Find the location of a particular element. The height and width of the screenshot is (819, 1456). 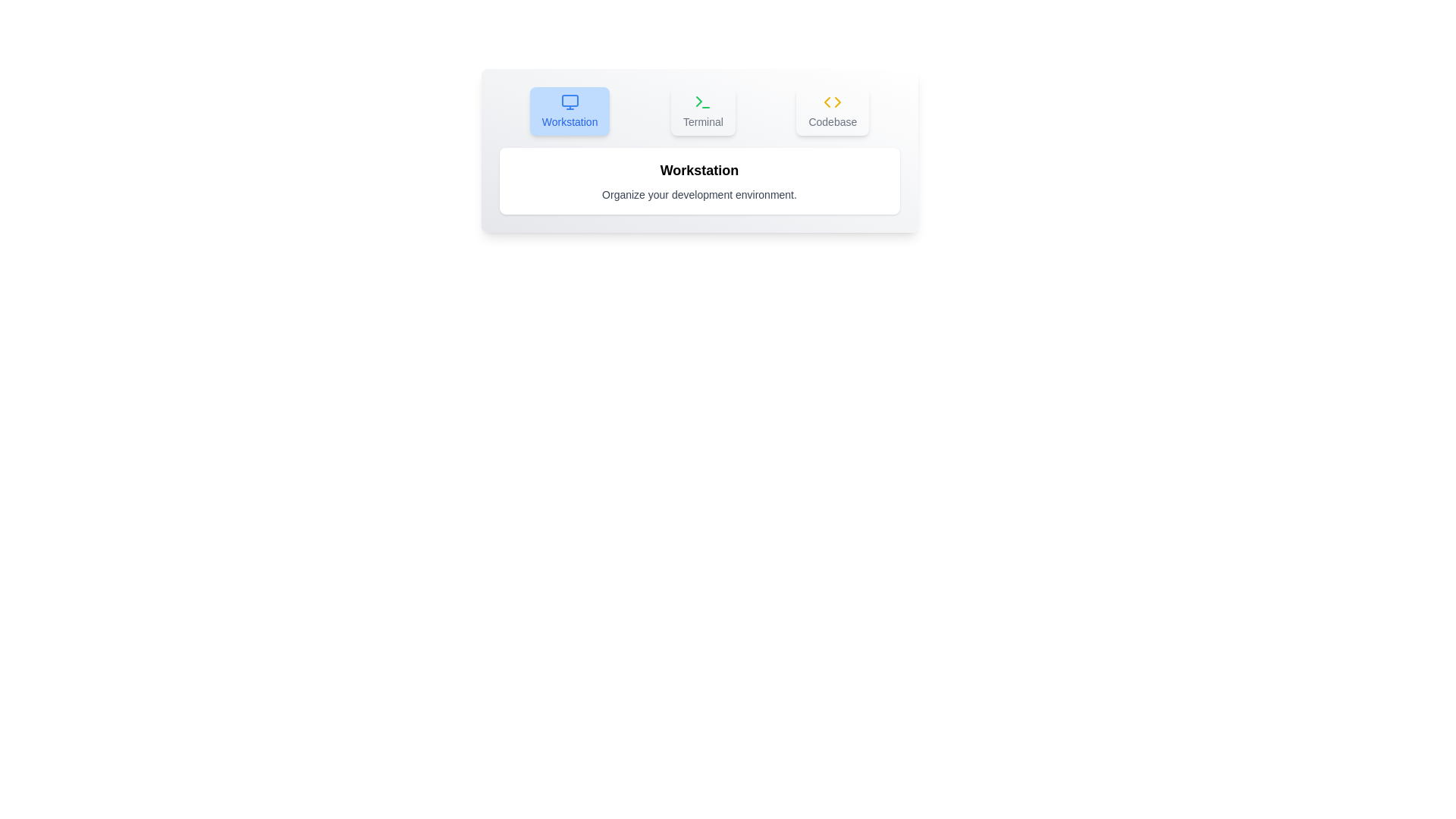

the tab titled Terminal to examine its title and description is located at coordinates (701, 110).